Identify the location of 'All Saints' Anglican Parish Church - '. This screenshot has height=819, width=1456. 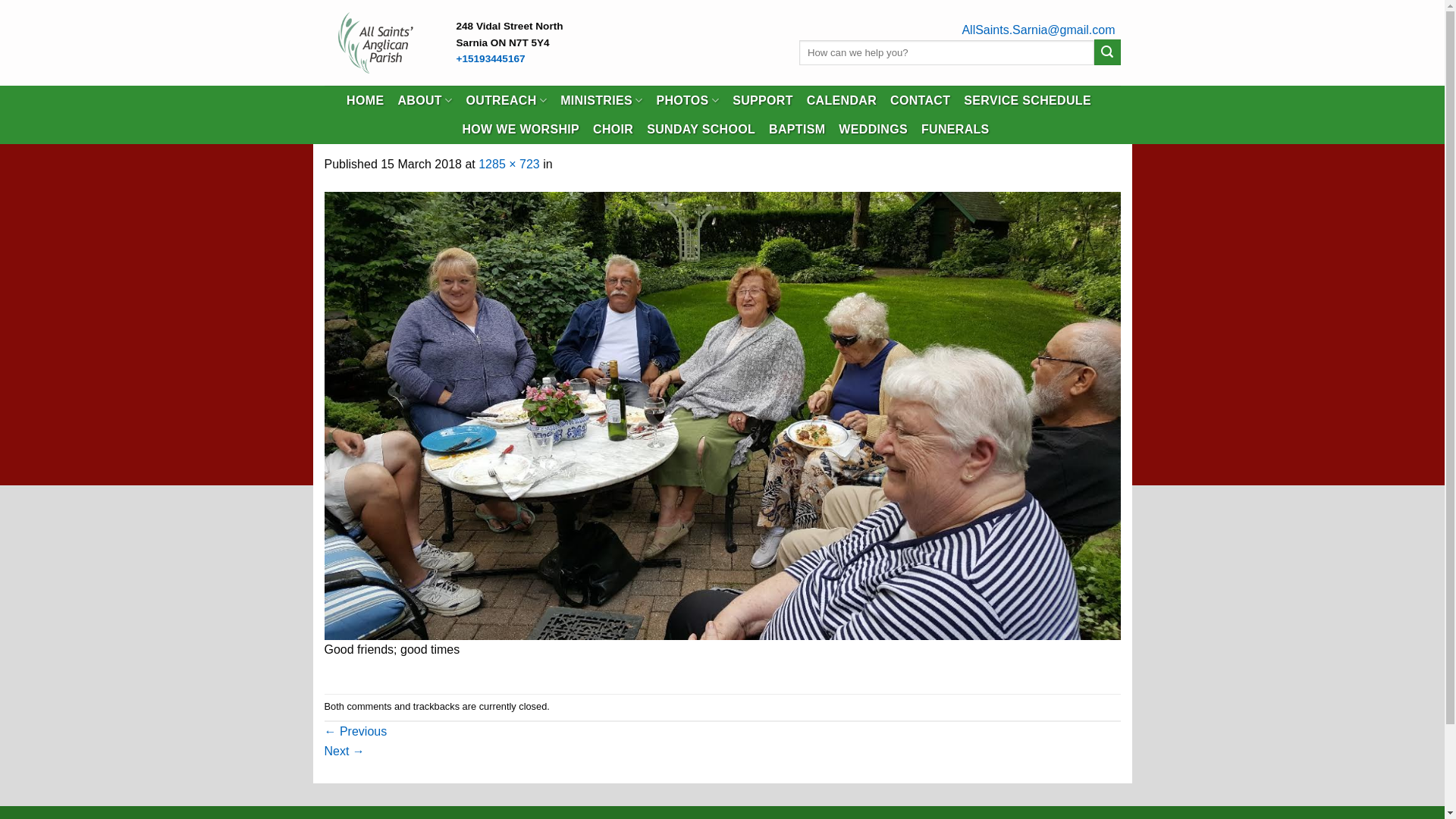
(378, 42).